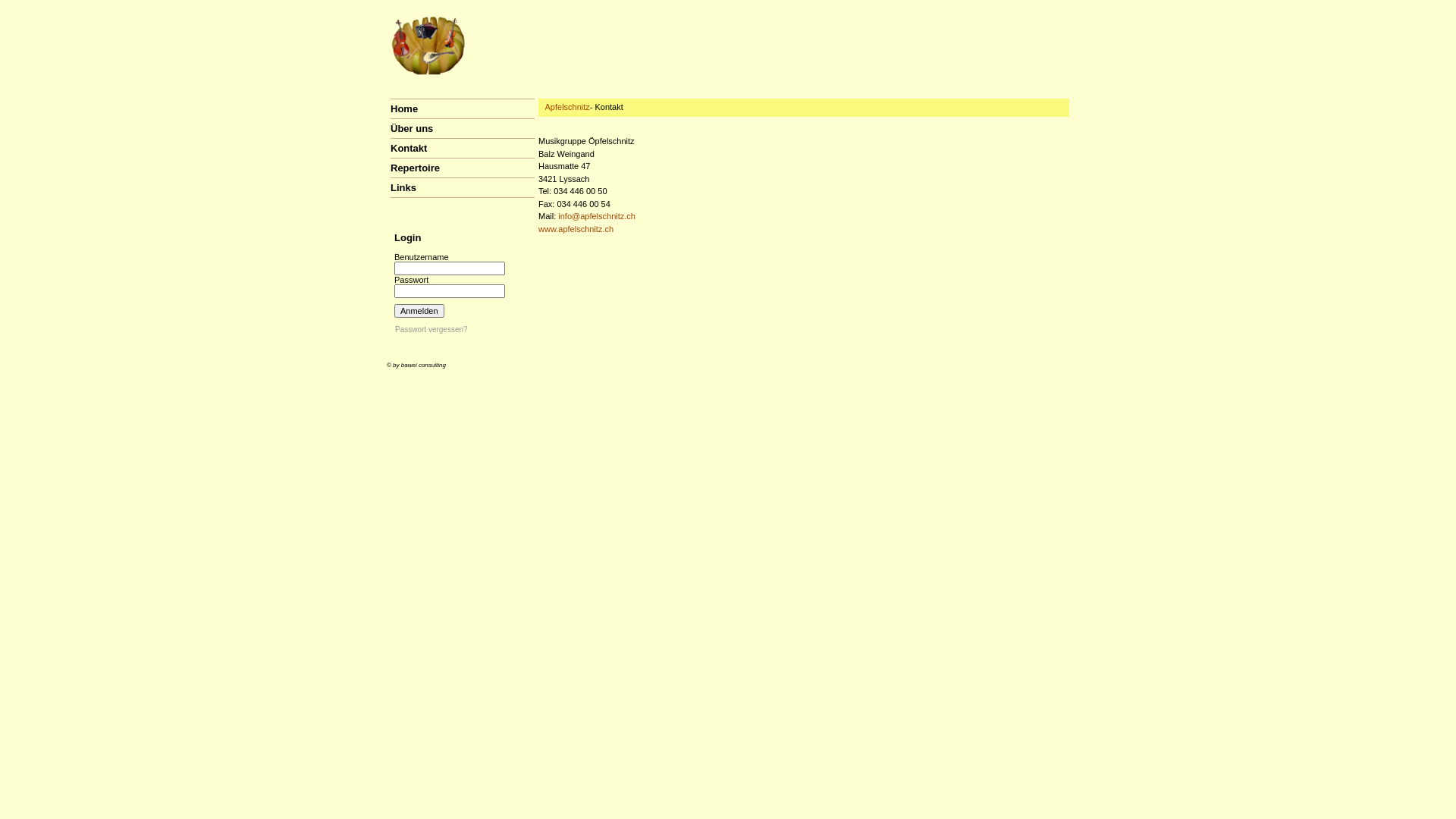 Image resolution: width=1456 pixels, height=819 pixels. Describe the element at coordinates (415, 168) in the screenshot. I see `'Repertoire'` at that location.